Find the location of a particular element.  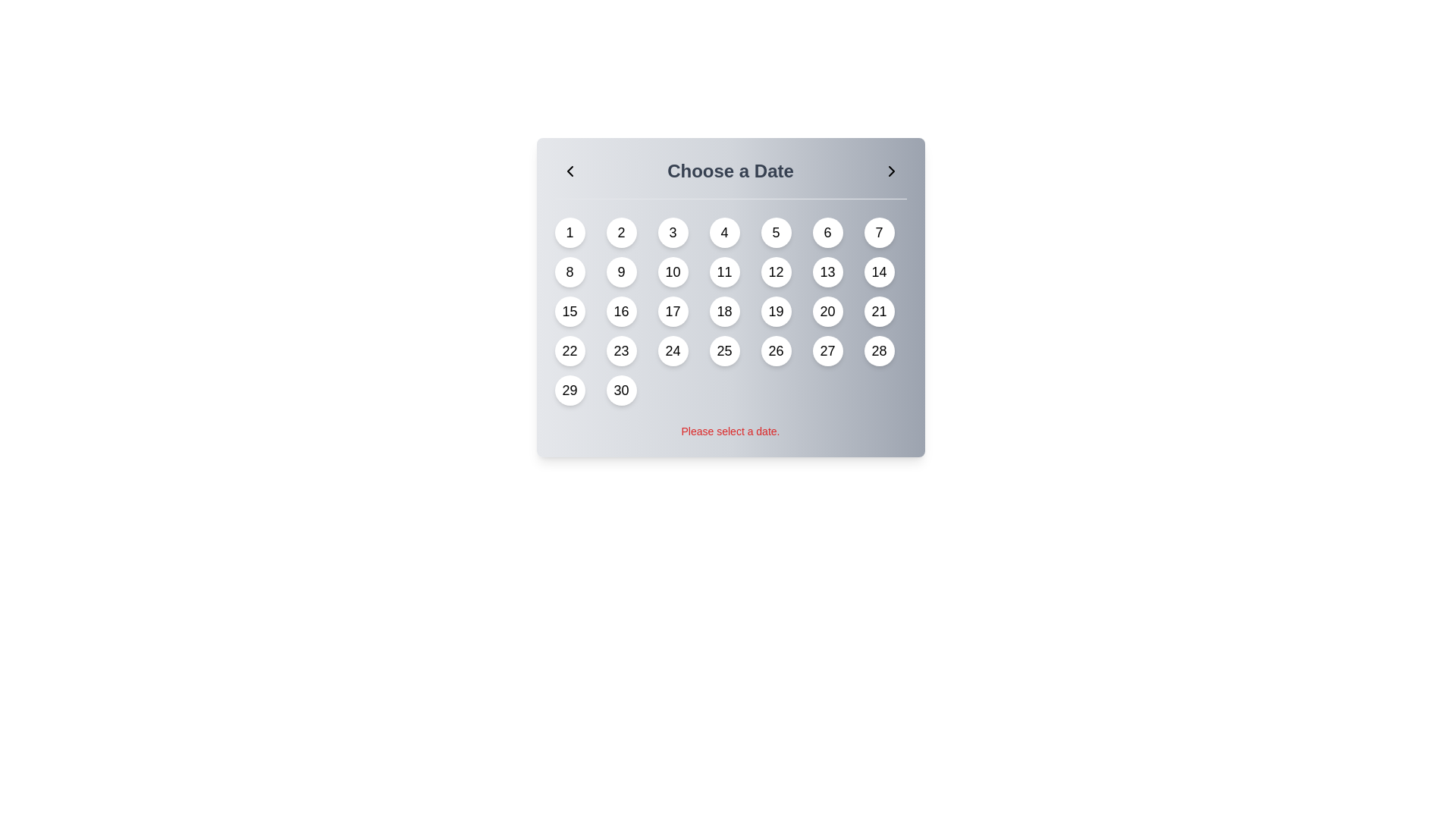

the circular button with a white background and the number '8' in bold black, located under the 'Choose a Date' heading in the calendar interface is located at coordinates (569, 271).